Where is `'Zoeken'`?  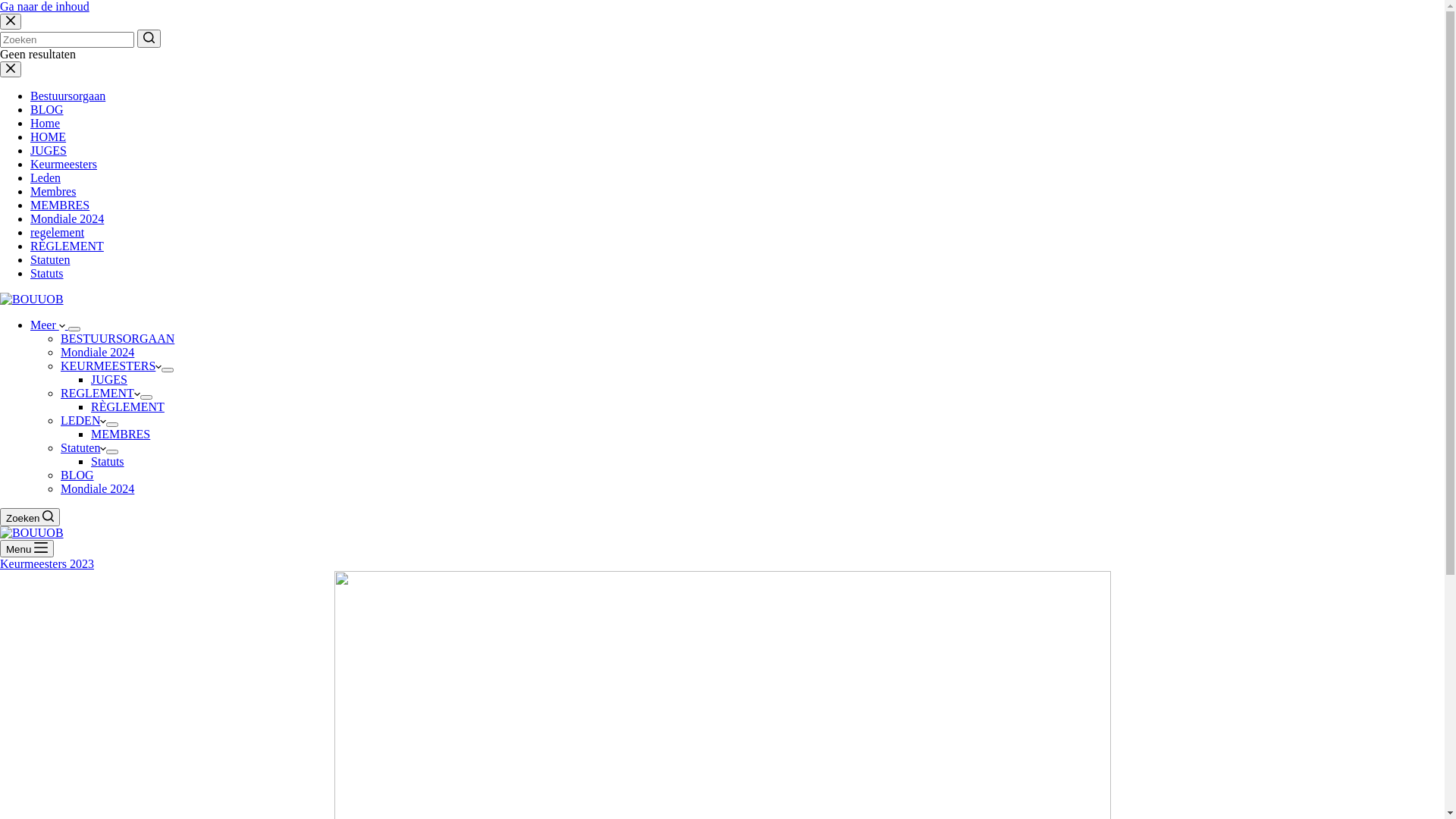
'Zoeken' is located at coordinates (30, 516).